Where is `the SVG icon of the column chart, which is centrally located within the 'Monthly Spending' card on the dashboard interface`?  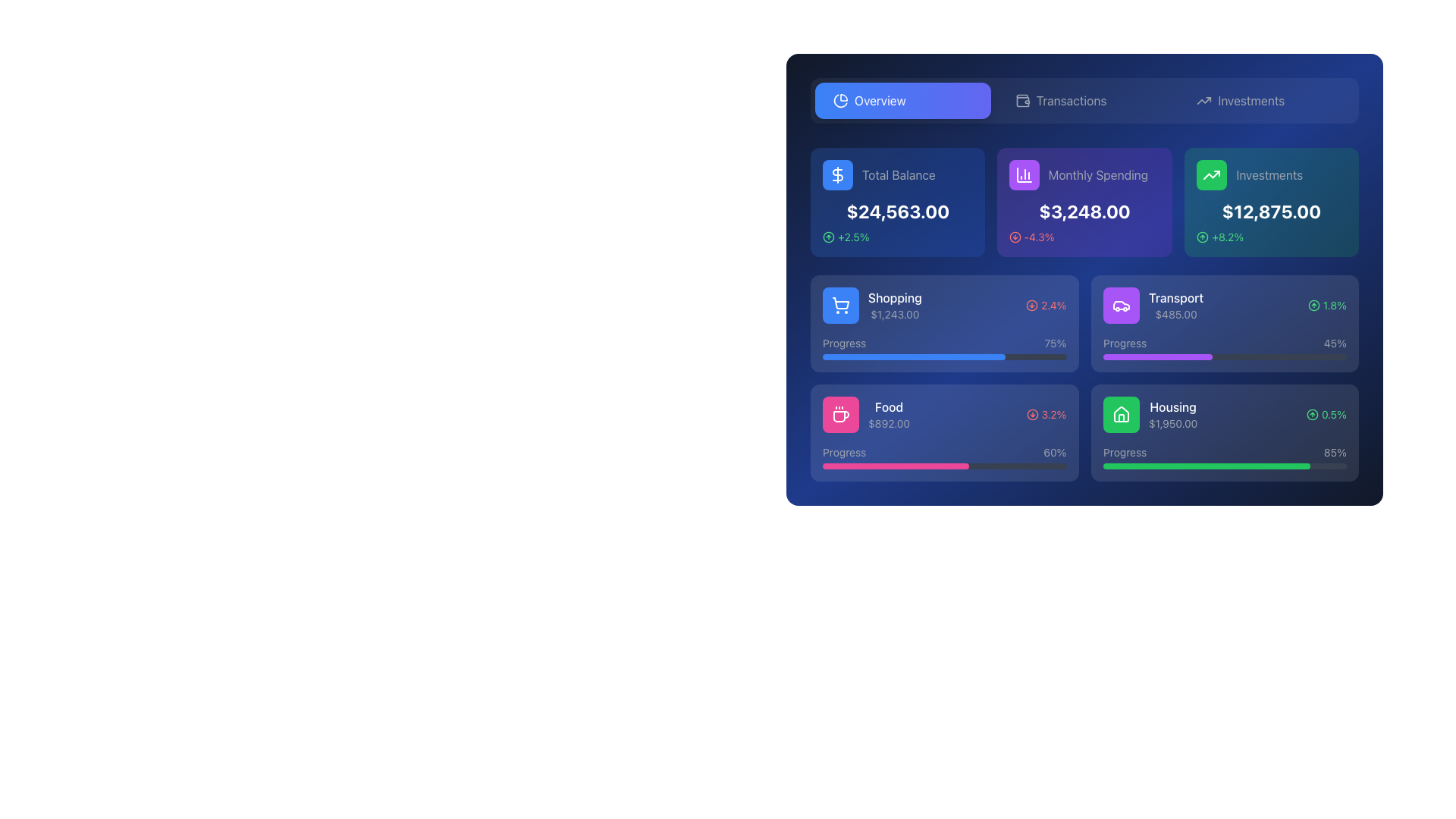 the SVG icon of the column chart, which is centrally located within the 'Monthly Spending' card on the dashboard interface is located at coordinates (1025, 174).